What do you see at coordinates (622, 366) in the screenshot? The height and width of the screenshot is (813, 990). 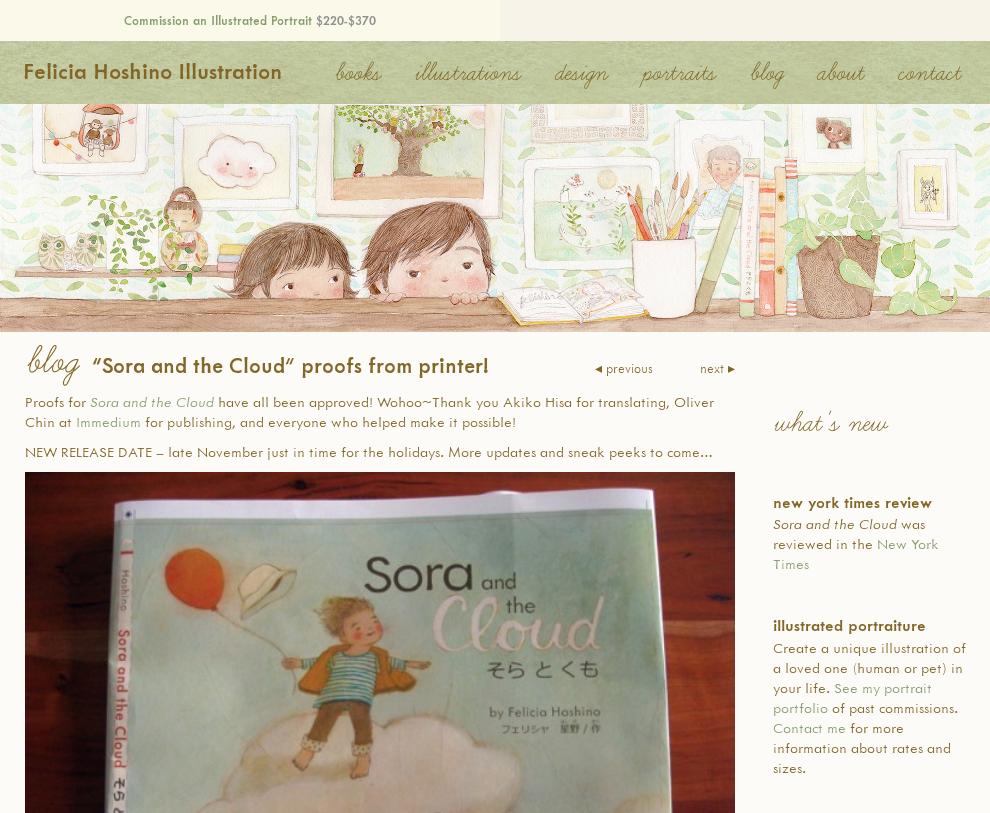 I see `'◂ previous'` at bounding box center [622, 366].